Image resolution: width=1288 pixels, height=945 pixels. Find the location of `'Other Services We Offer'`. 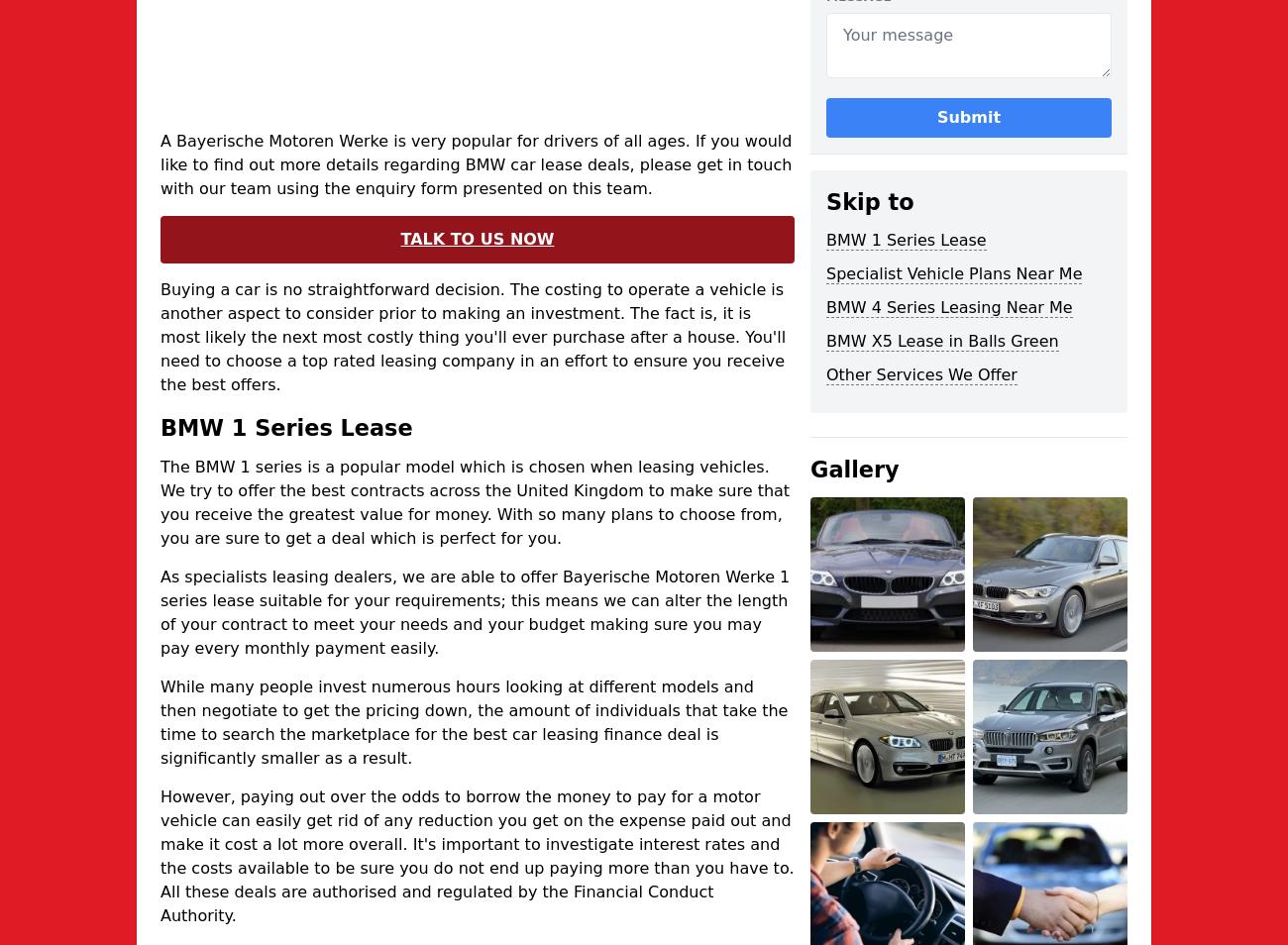

'Other Services We Offer' is located at coordinates (921, 374).